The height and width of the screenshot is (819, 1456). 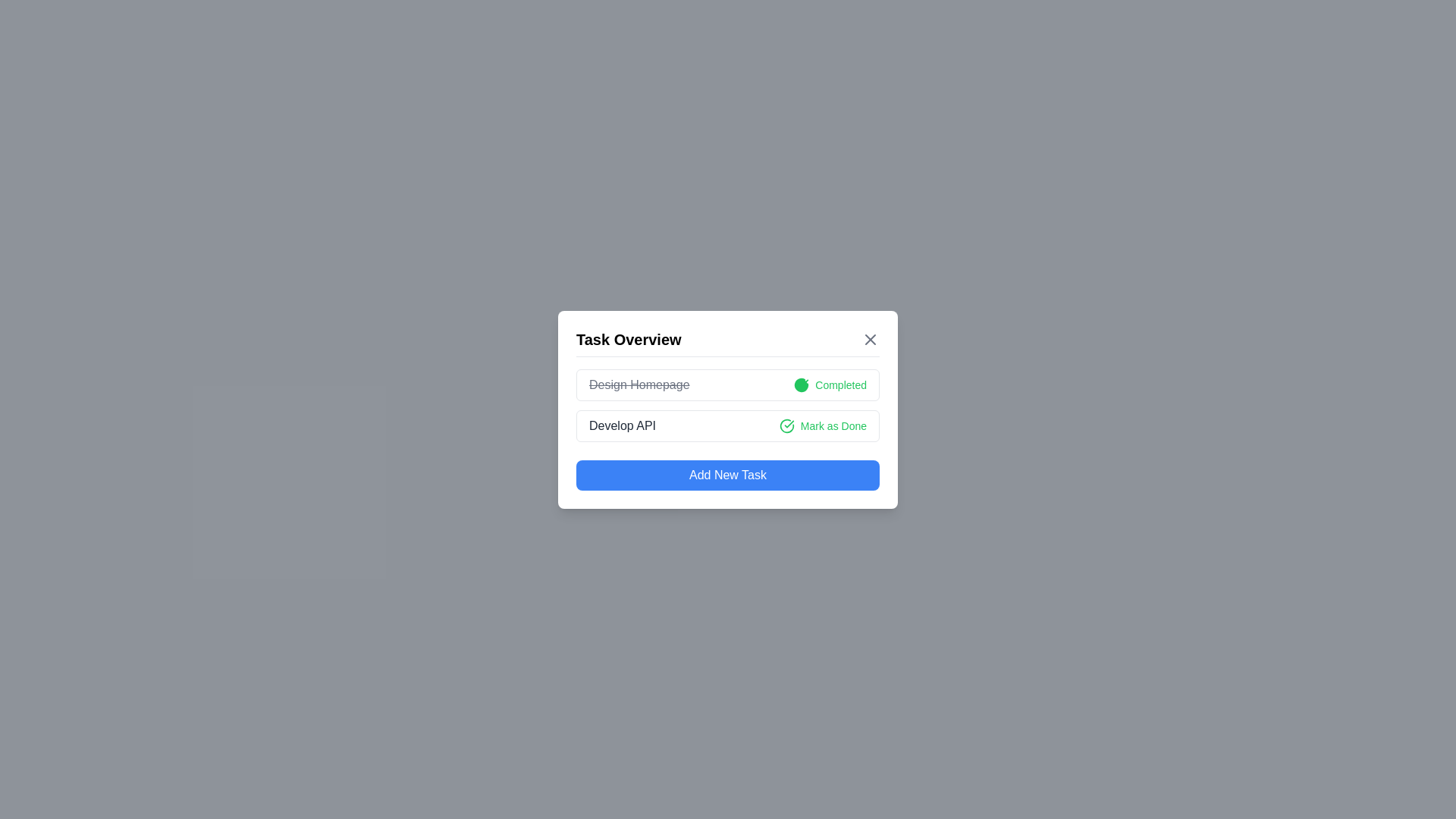 What do you see at coordinates (639, 384) in the screenshot?
I see `the static label element that indicates the completed task titled 'Design Homepage', which is displayed with a strikethrough and gray text style in the task management interface` at bounding box center [639, 384].